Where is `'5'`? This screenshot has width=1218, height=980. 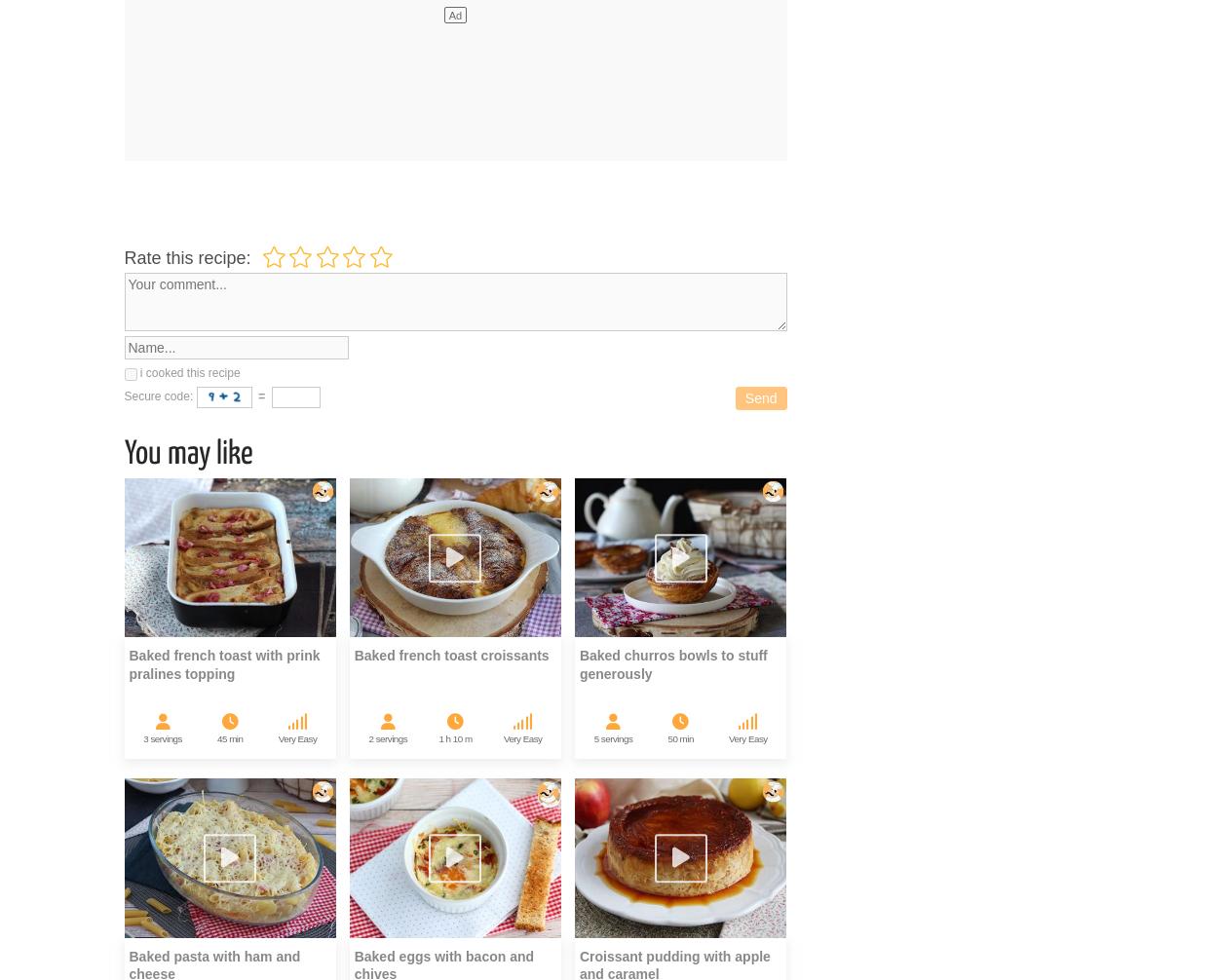 '5' is located at coordinates (594, 737).